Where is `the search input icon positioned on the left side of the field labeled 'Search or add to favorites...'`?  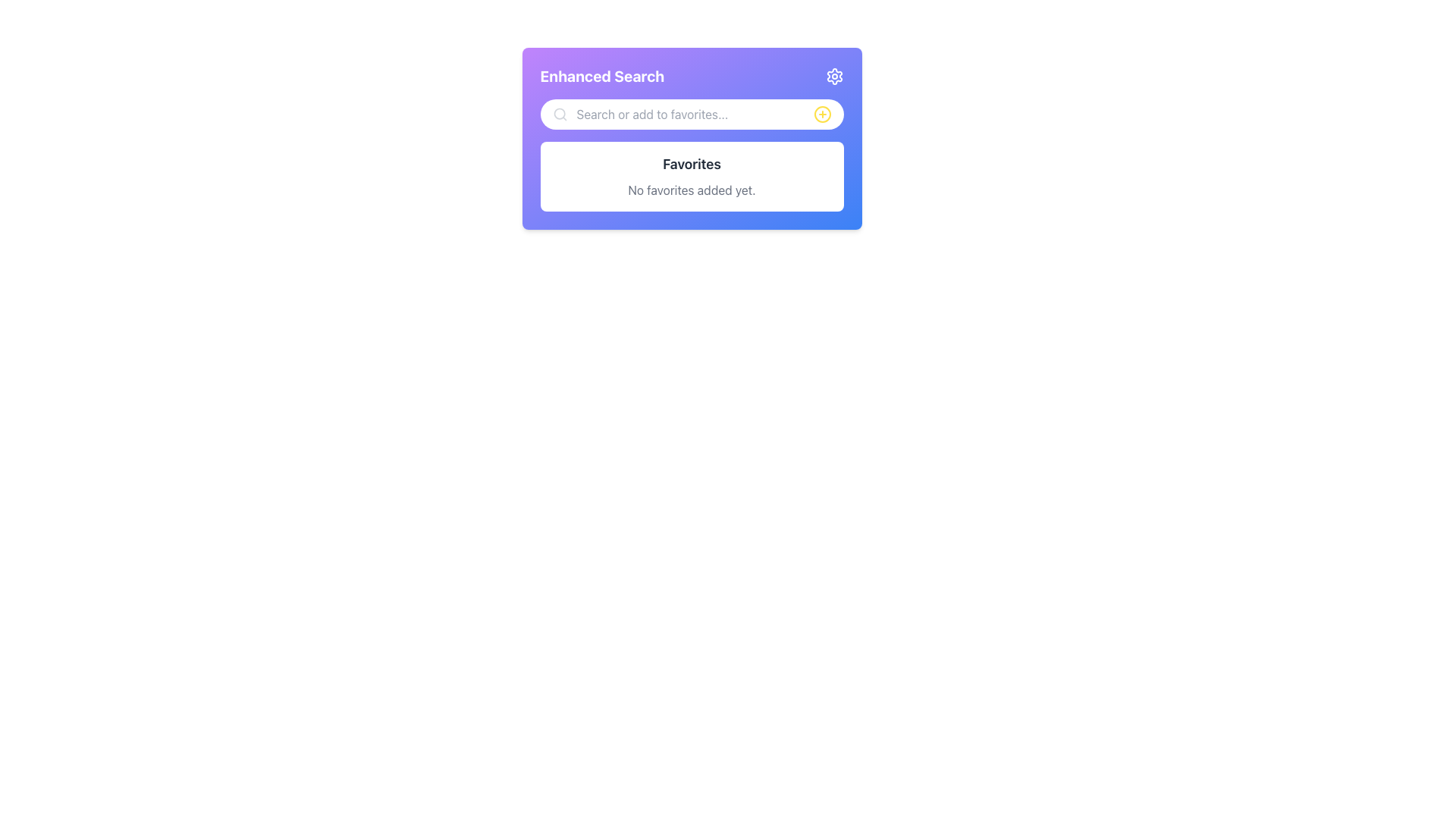
the search input icon positioned on the left side of the field labeled 'Search or add to favorites...' is located at coordinates (559, 113).